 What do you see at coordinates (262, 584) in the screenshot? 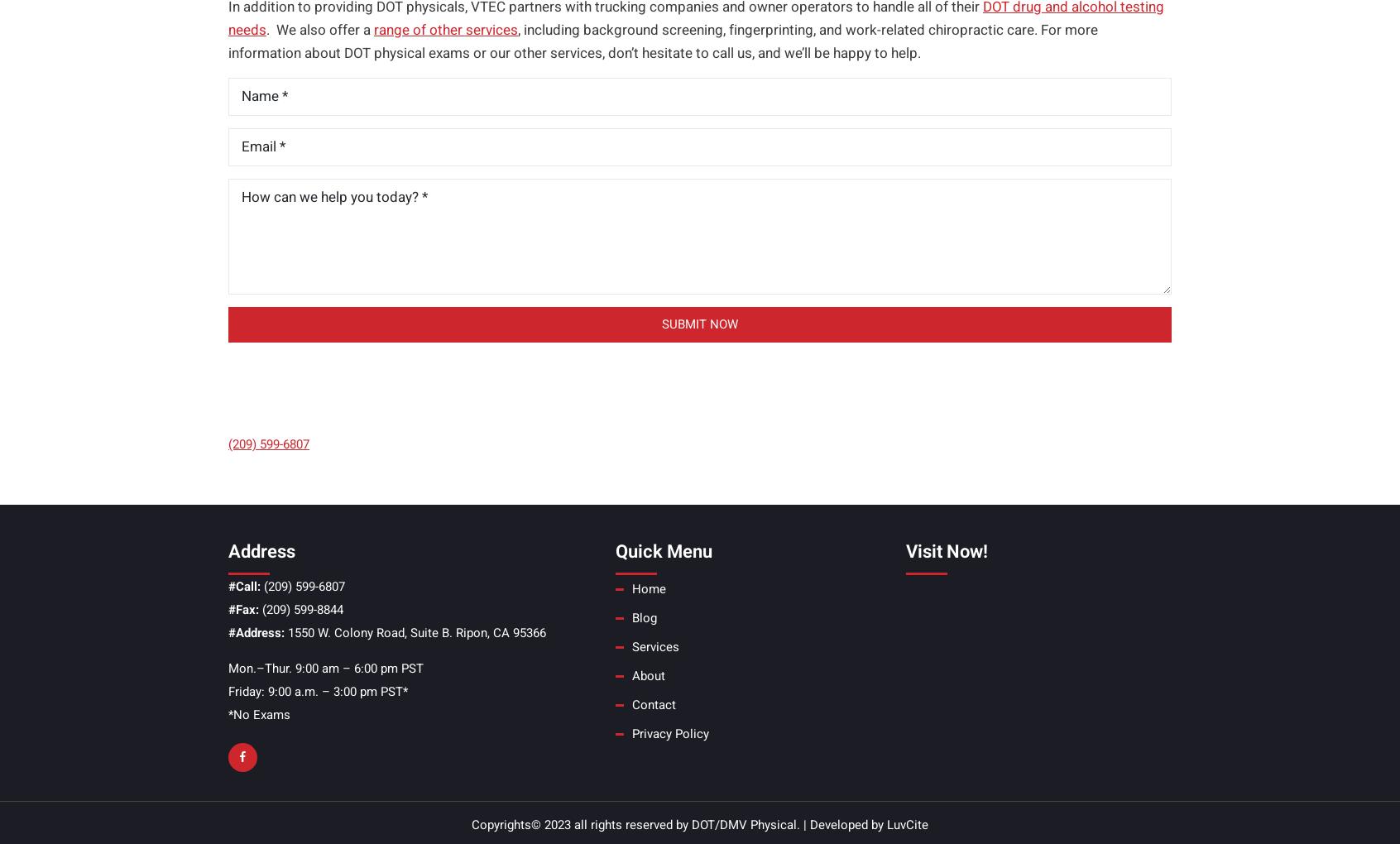
I see `'(209) 599-6807'` at bounding box center [262, 584].